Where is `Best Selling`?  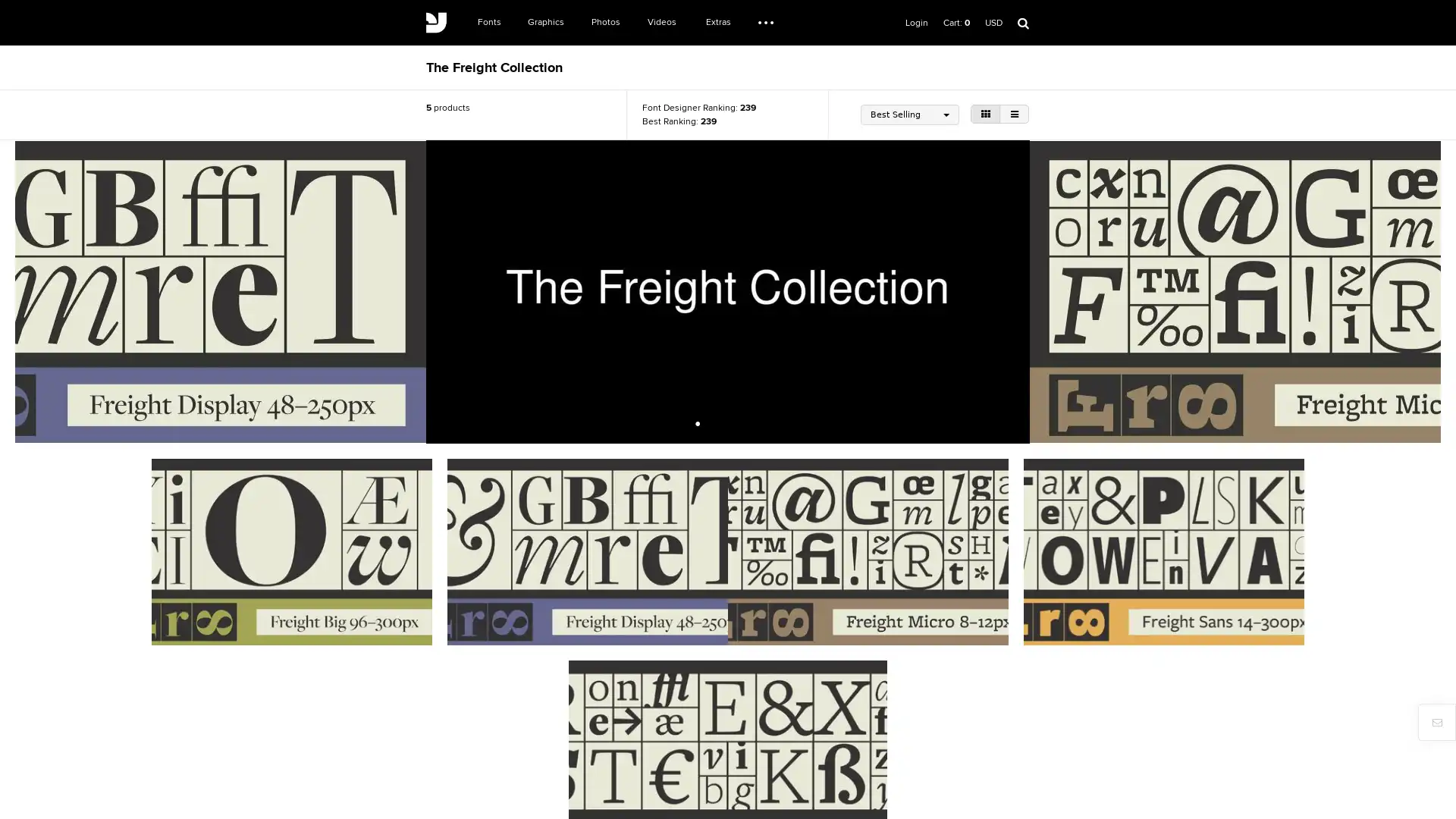
Best Selling is located at coordinates (910, 114).